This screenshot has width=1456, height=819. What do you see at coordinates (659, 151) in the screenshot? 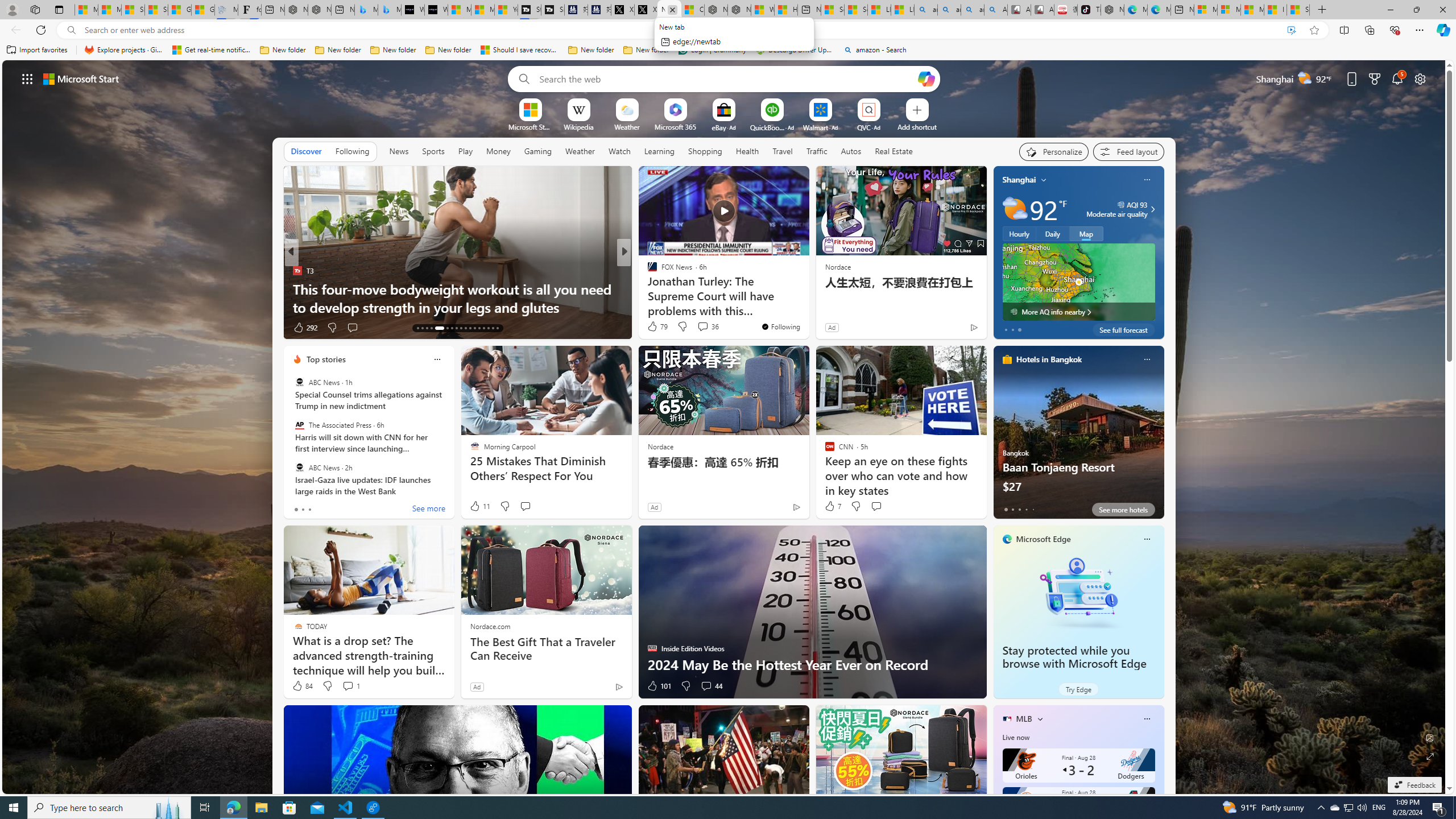
I see `'Learning'` at bounding box center [659, 151].